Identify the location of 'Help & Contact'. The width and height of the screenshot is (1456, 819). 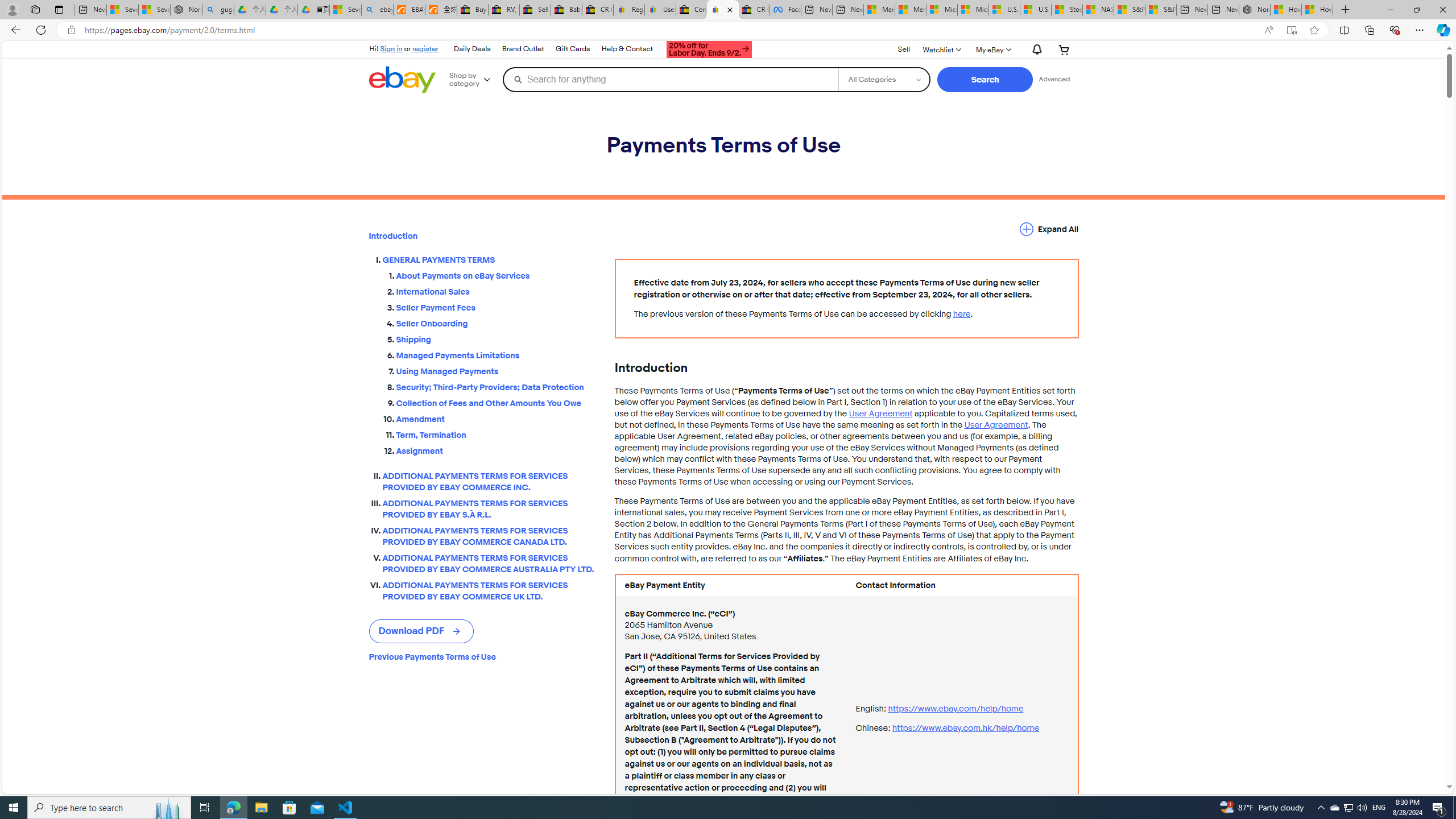
(627, 49).